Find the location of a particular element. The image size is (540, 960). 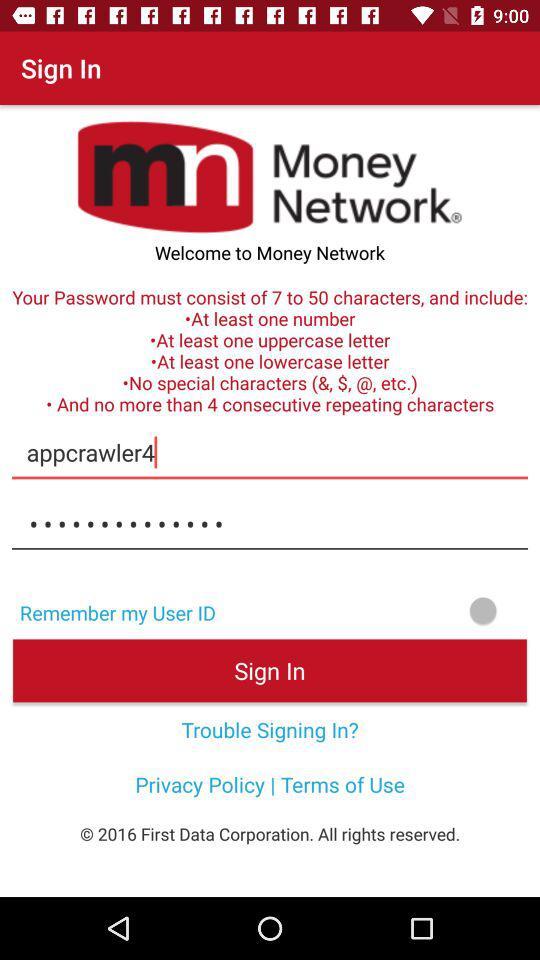

icon above 2016 first data icon is located at coordinates (270, 784).